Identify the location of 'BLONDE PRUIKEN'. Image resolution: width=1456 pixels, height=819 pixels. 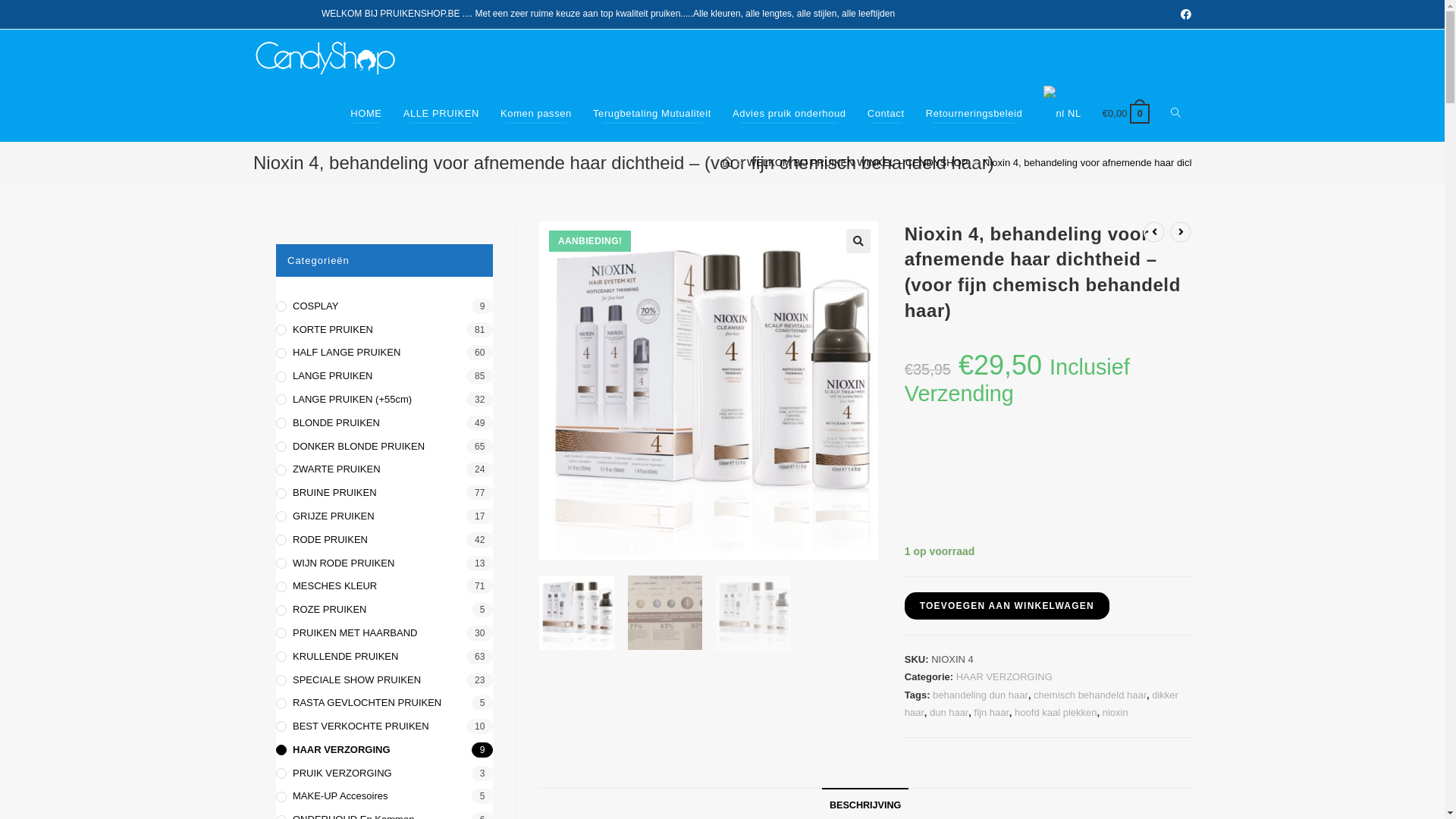
(276, 423).